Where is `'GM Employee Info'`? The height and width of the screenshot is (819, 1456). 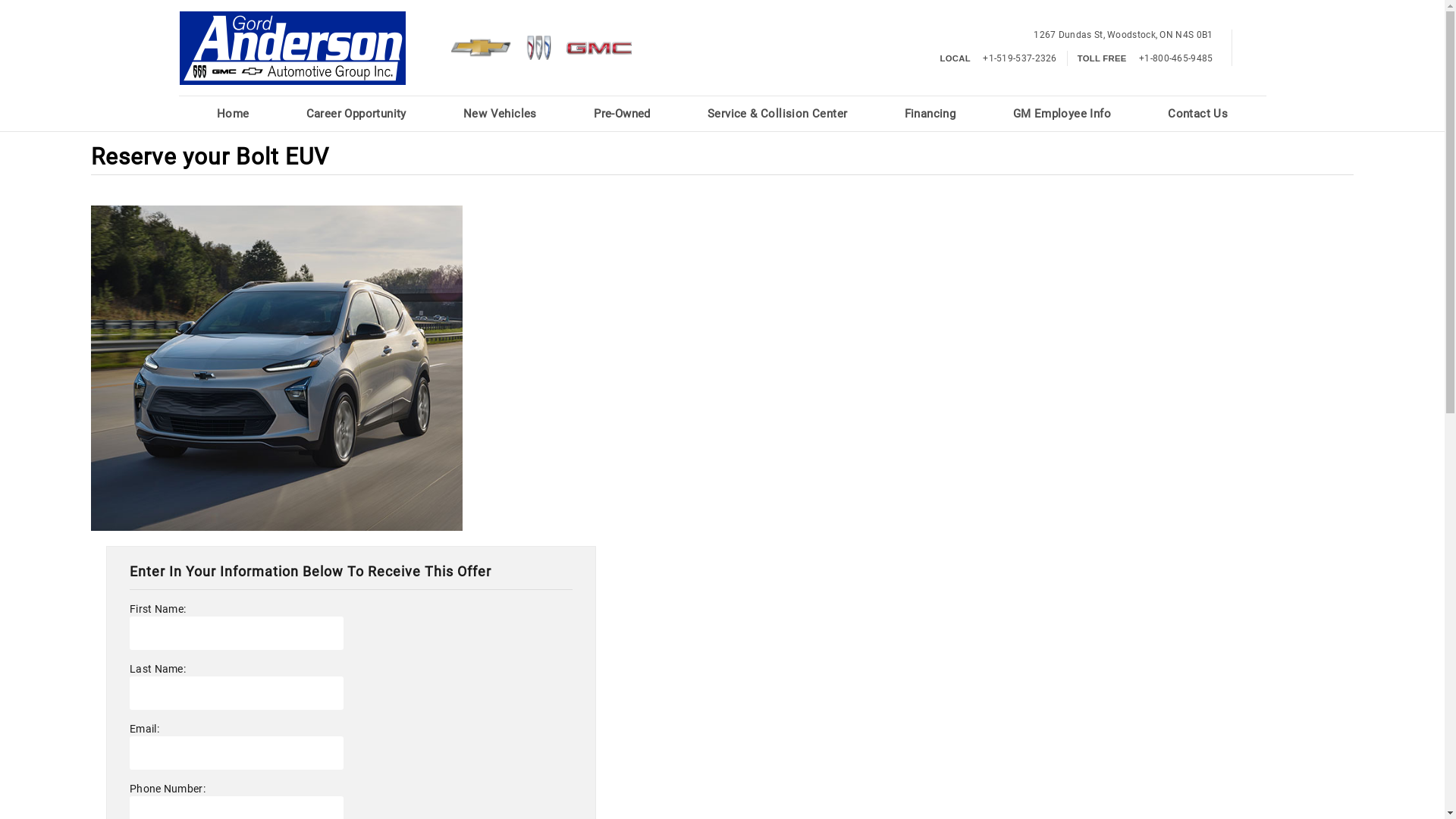 'GM Employee Info' is located at coordinates (1061, 113).